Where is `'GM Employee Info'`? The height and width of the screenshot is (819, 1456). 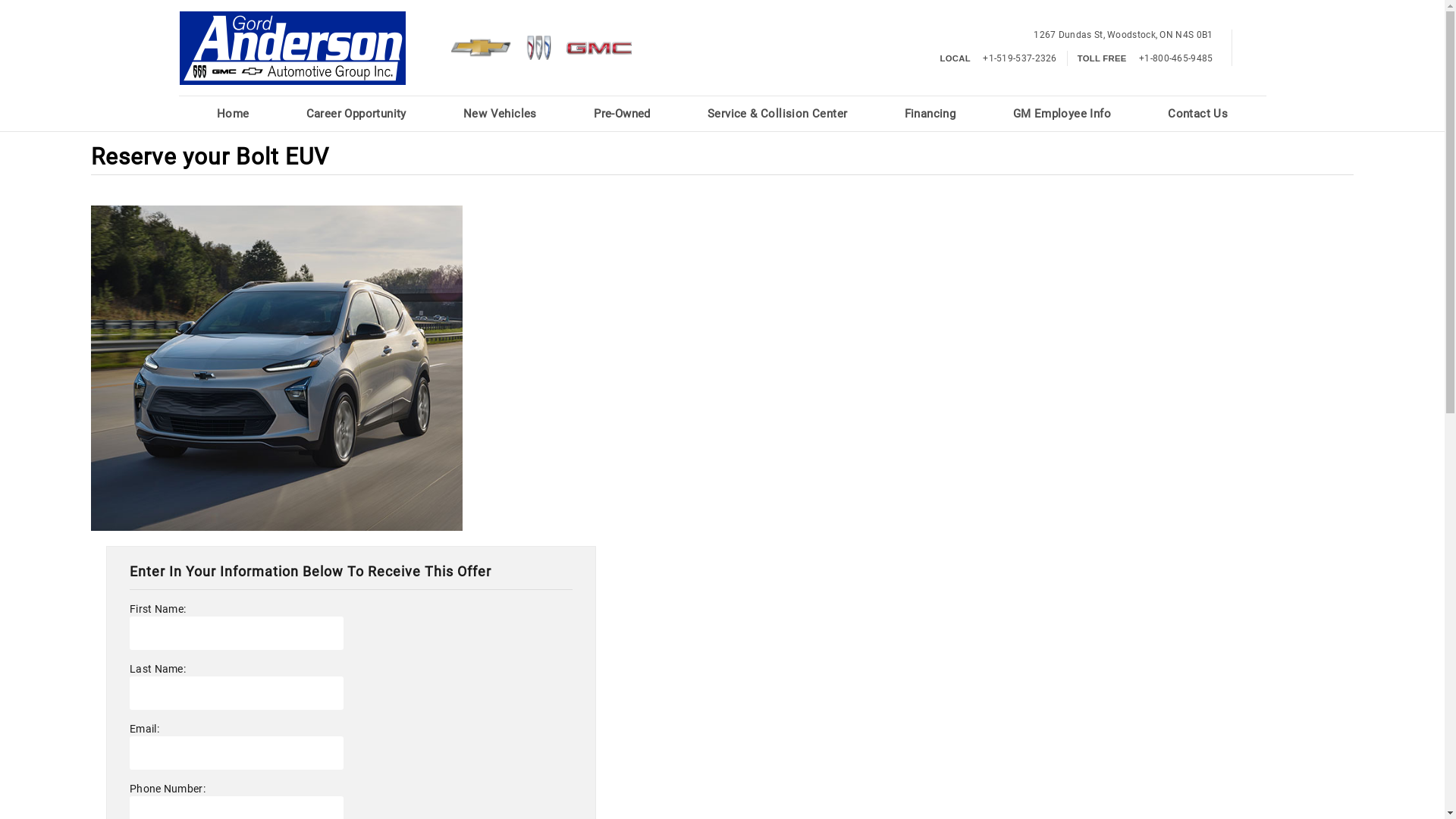 'GM Employee Info' is located at coordinates (1061, 113).